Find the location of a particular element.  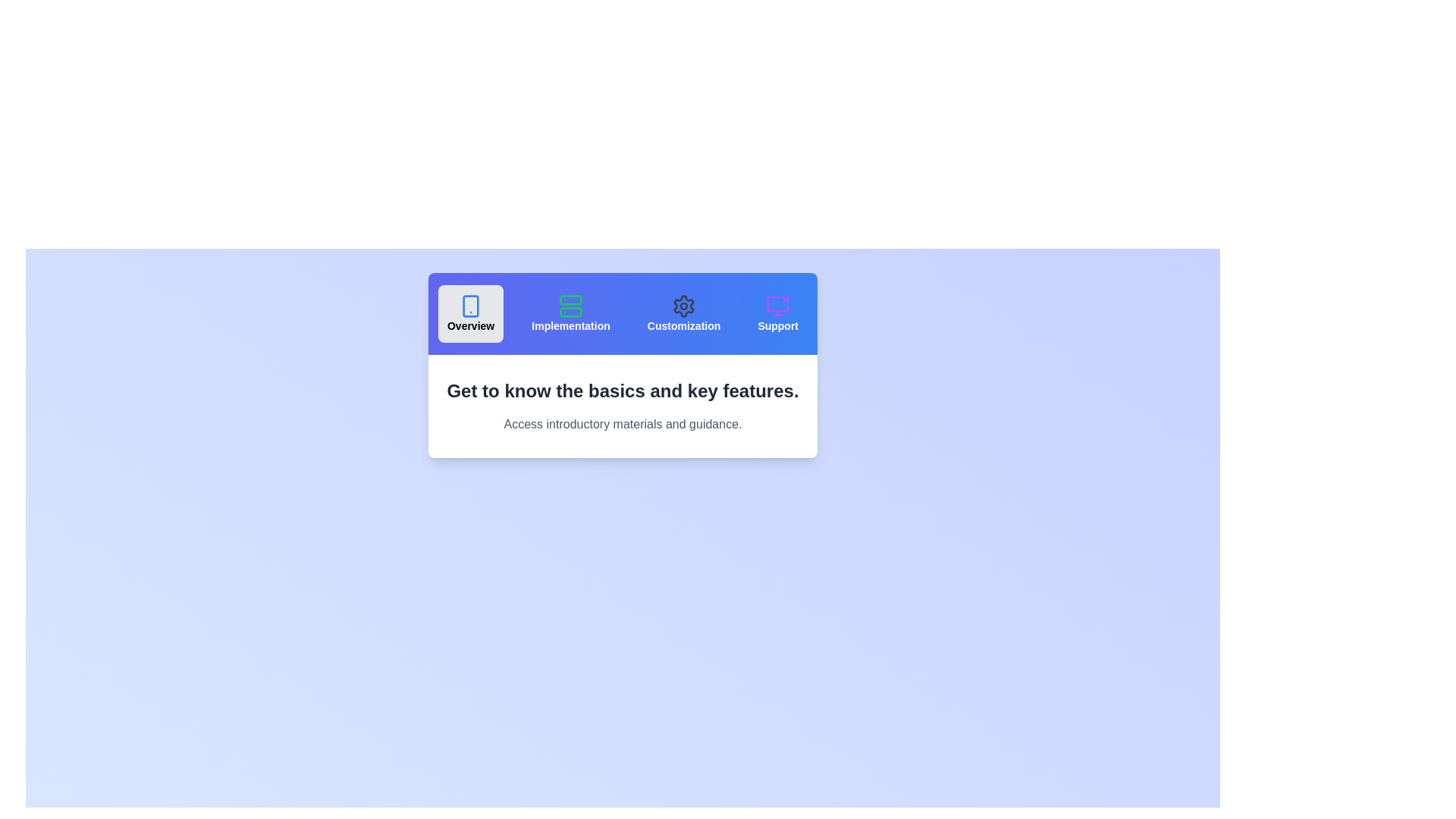

the tab labeled Support is located at coordinates (778, 312).